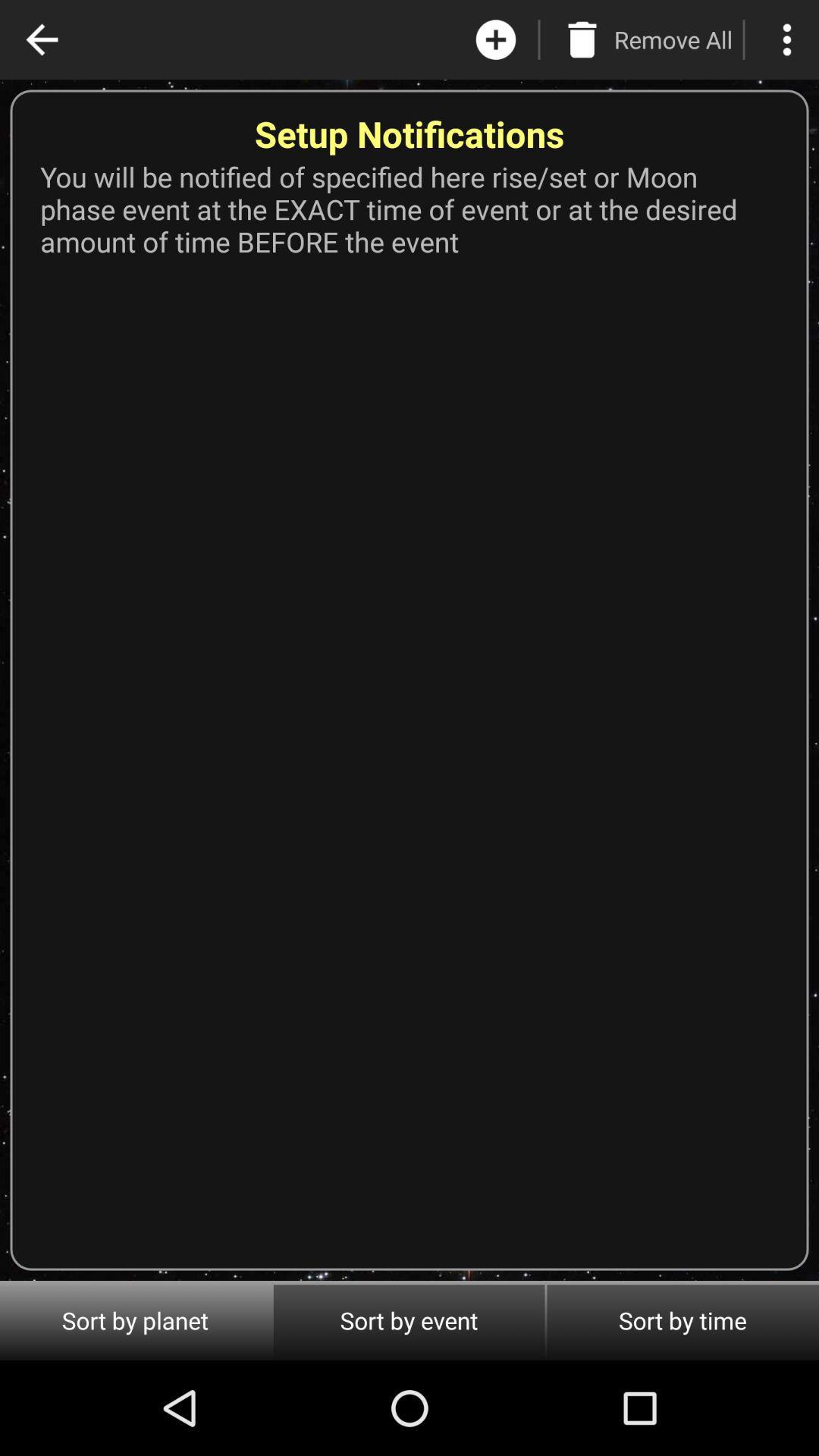 The height and width of the screenshot is (1456, 819). What do you see at coordinates (496, 39) in the screenshot?
I see `the add icon` at bounding box center [496, 39].